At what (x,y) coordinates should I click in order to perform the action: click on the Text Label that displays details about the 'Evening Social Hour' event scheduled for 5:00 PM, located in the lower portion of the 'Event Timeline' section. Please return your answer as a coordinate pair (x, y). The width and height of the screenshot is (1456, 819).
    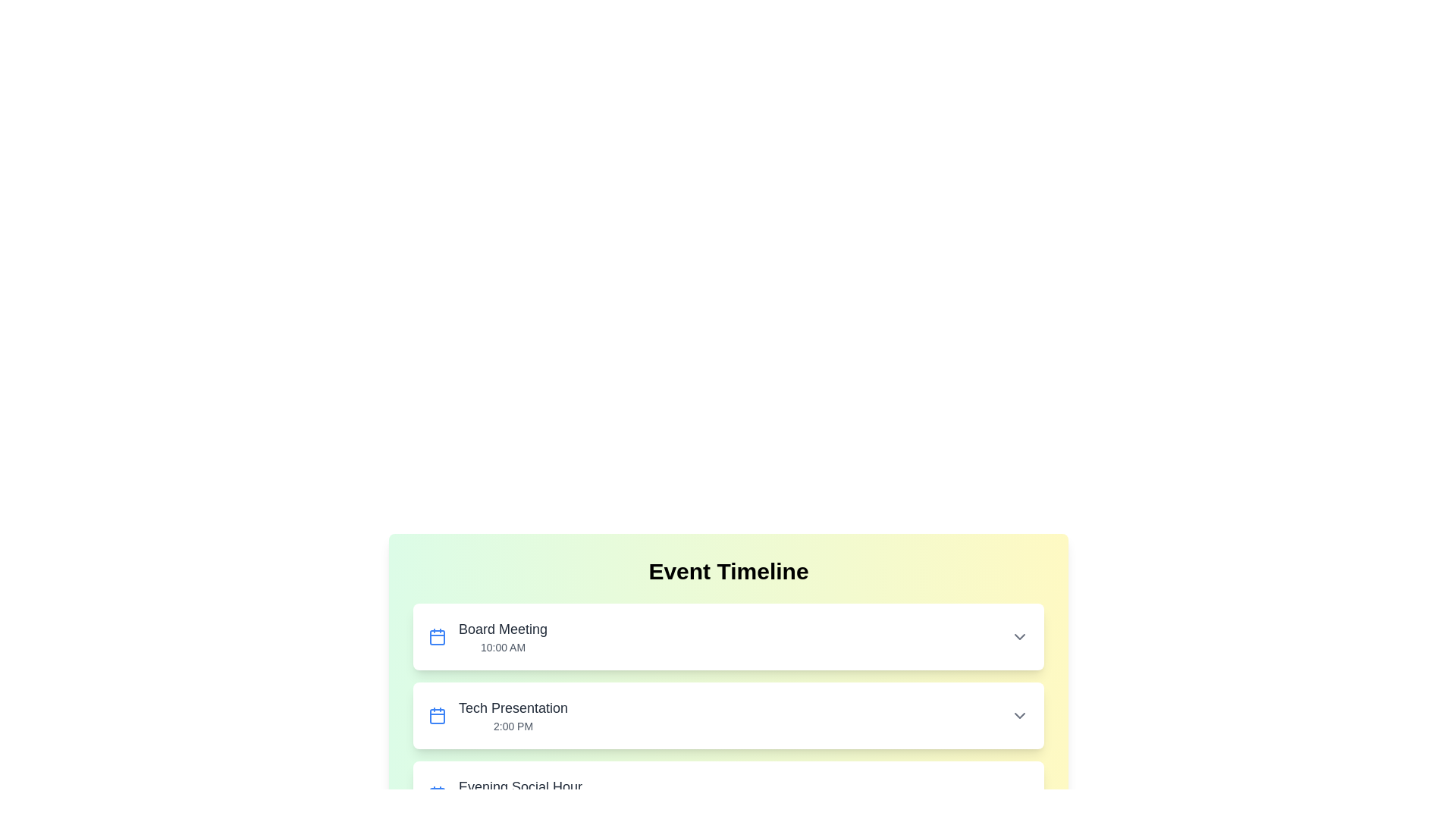
    Looking at the image, I should click on (505, 794).